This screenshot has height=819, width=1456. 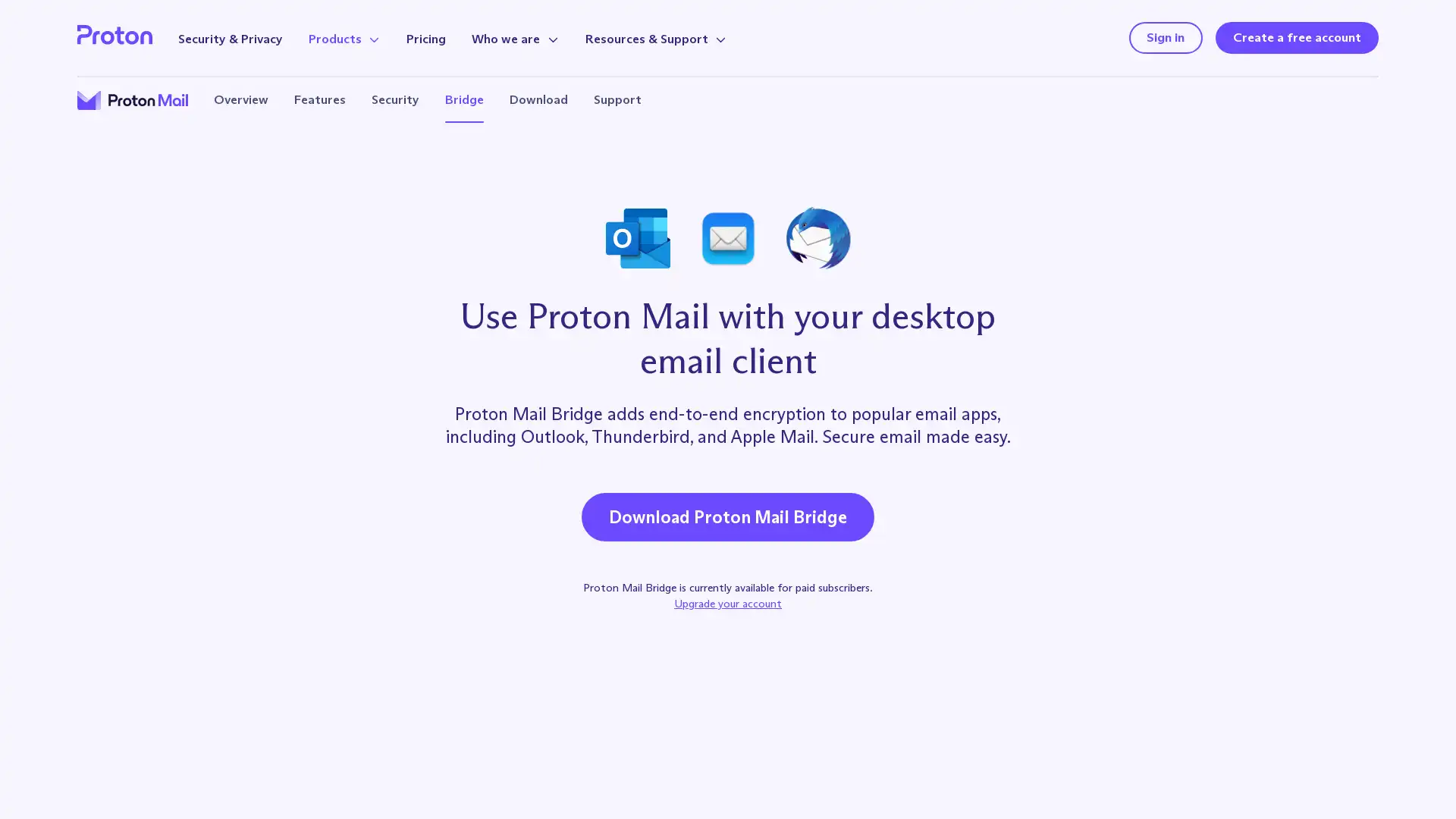 What do you see at coordinates (655, 38) in the screenshot?
I see `Resources & Support` at bounding box center [655, 38].